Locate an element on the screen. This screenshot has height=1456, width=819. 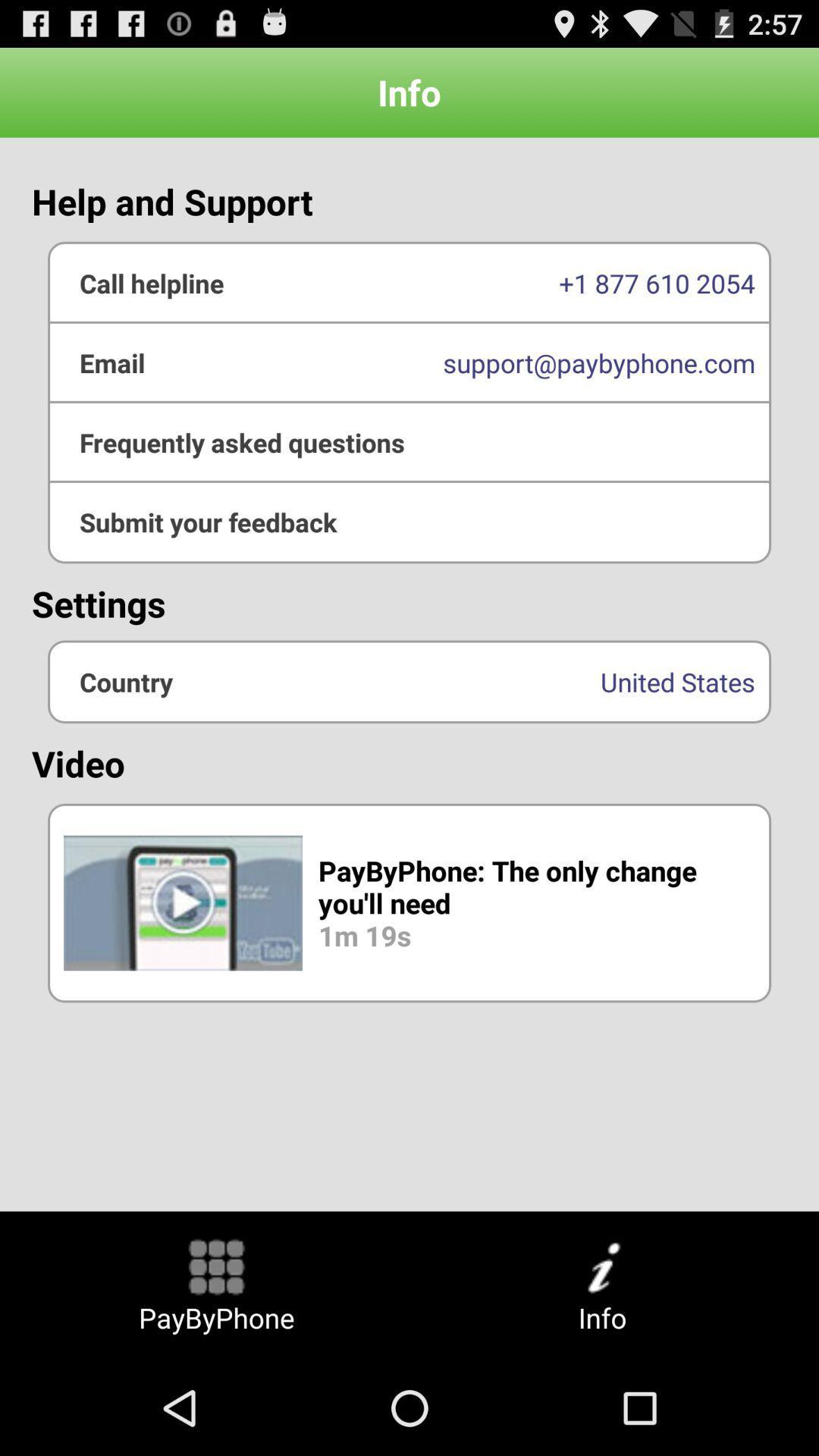
united states icon is located at coordinates (409, 681).